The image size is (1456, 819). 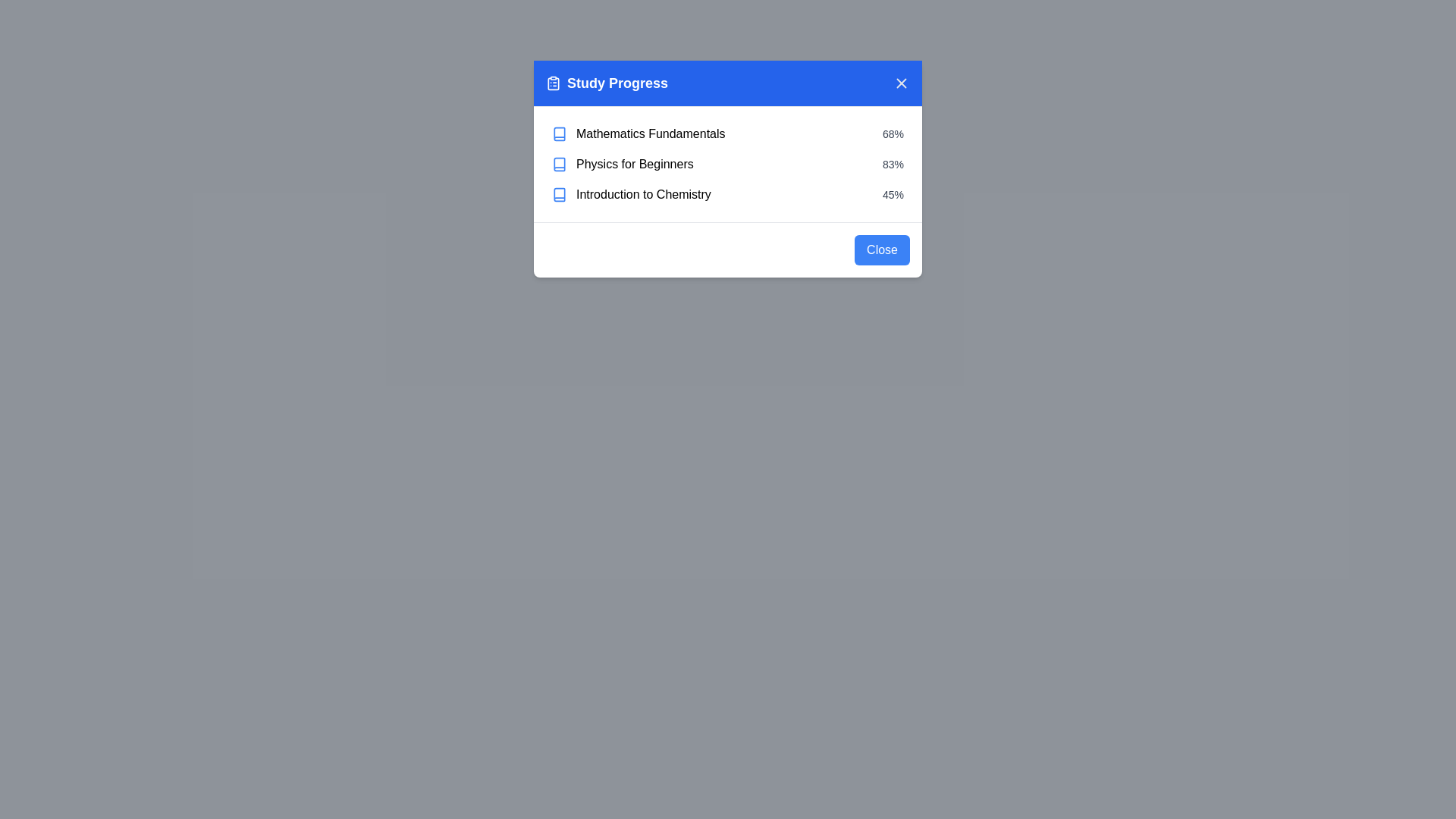 I want to click on the blue clipboard-like icon located to the left of the 'Study Progress' title text at the top section of the modal dialog, so click(x=552, y=83).